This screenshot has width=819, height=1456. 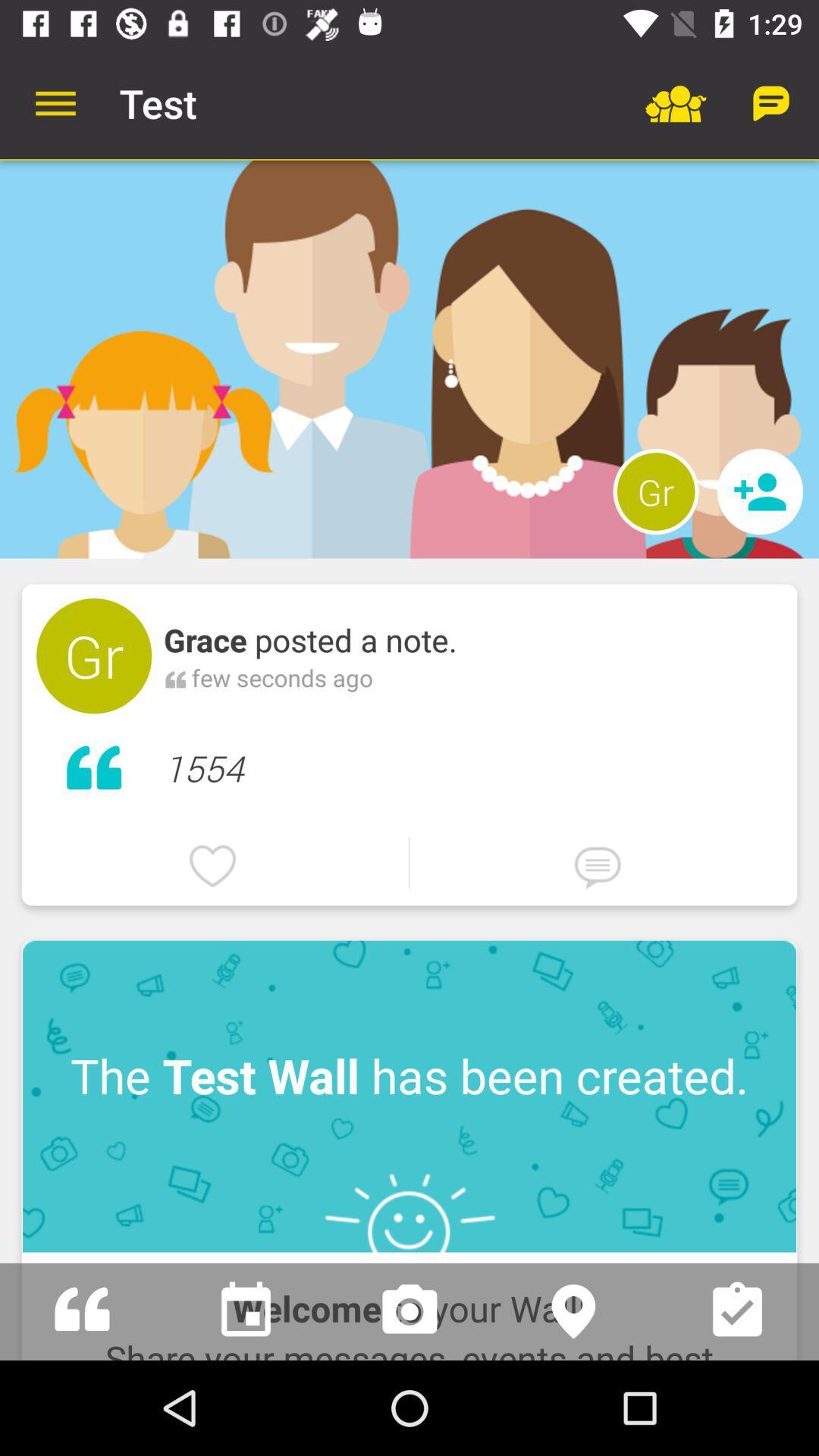 What do you see at coordinates (174, 676) in the screenshot?
I see `item to the left of few seconds ago icon` at bounding box center [174, 676].